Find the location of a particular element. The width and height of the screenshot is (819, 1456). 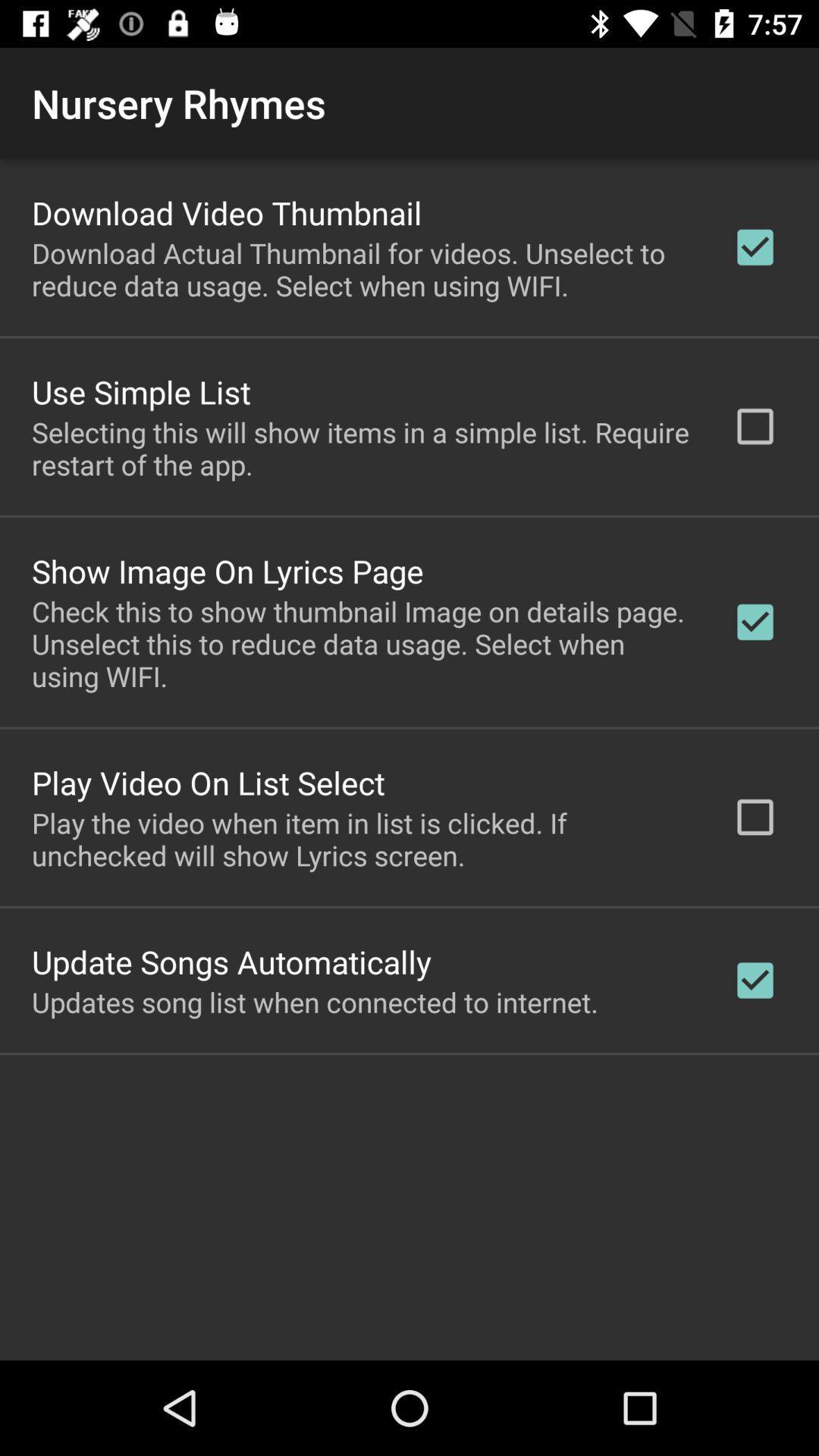

the check this to app is located at coordinates (362, 644).